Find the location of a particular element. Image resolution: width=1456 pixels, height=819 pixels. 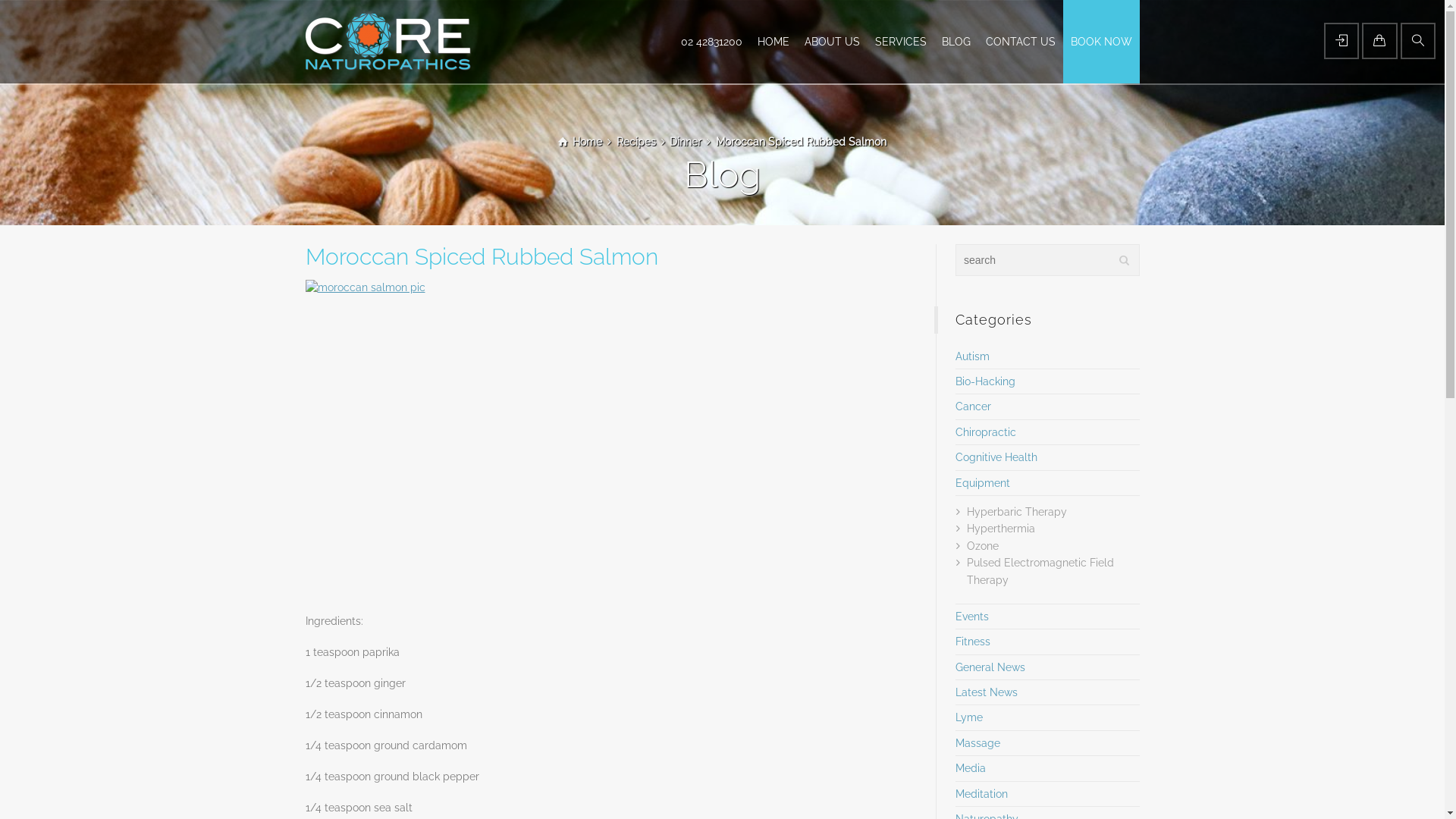

'Cart' is located at coordinates (1379, 40).